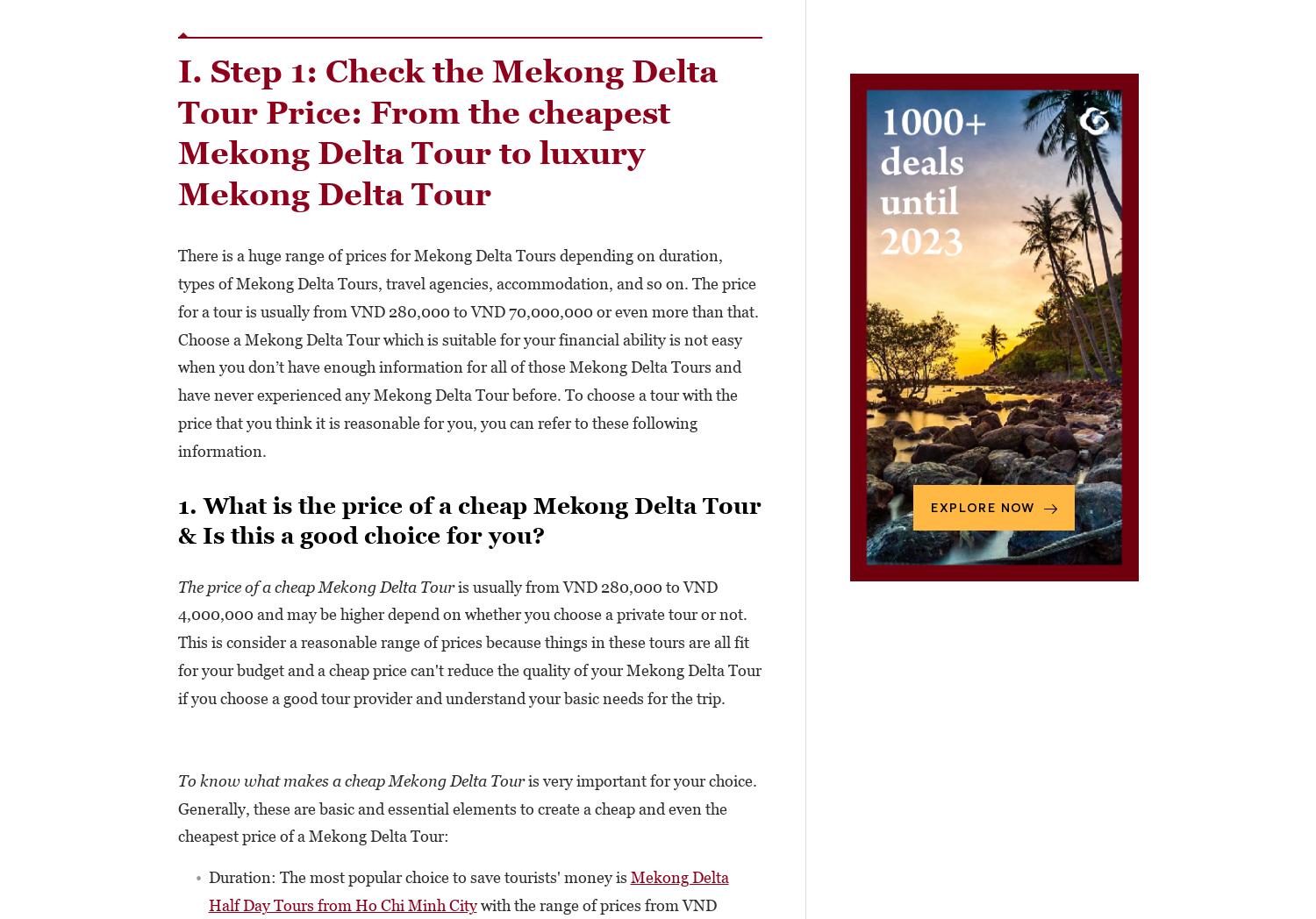 The width and height of the screenshot is (1316, 919). Describe the element at coordinates (468, 891) in the screenshot. I see `'Mekong Delta Half Day Tours from Ho Chi Minh City'` at that location.